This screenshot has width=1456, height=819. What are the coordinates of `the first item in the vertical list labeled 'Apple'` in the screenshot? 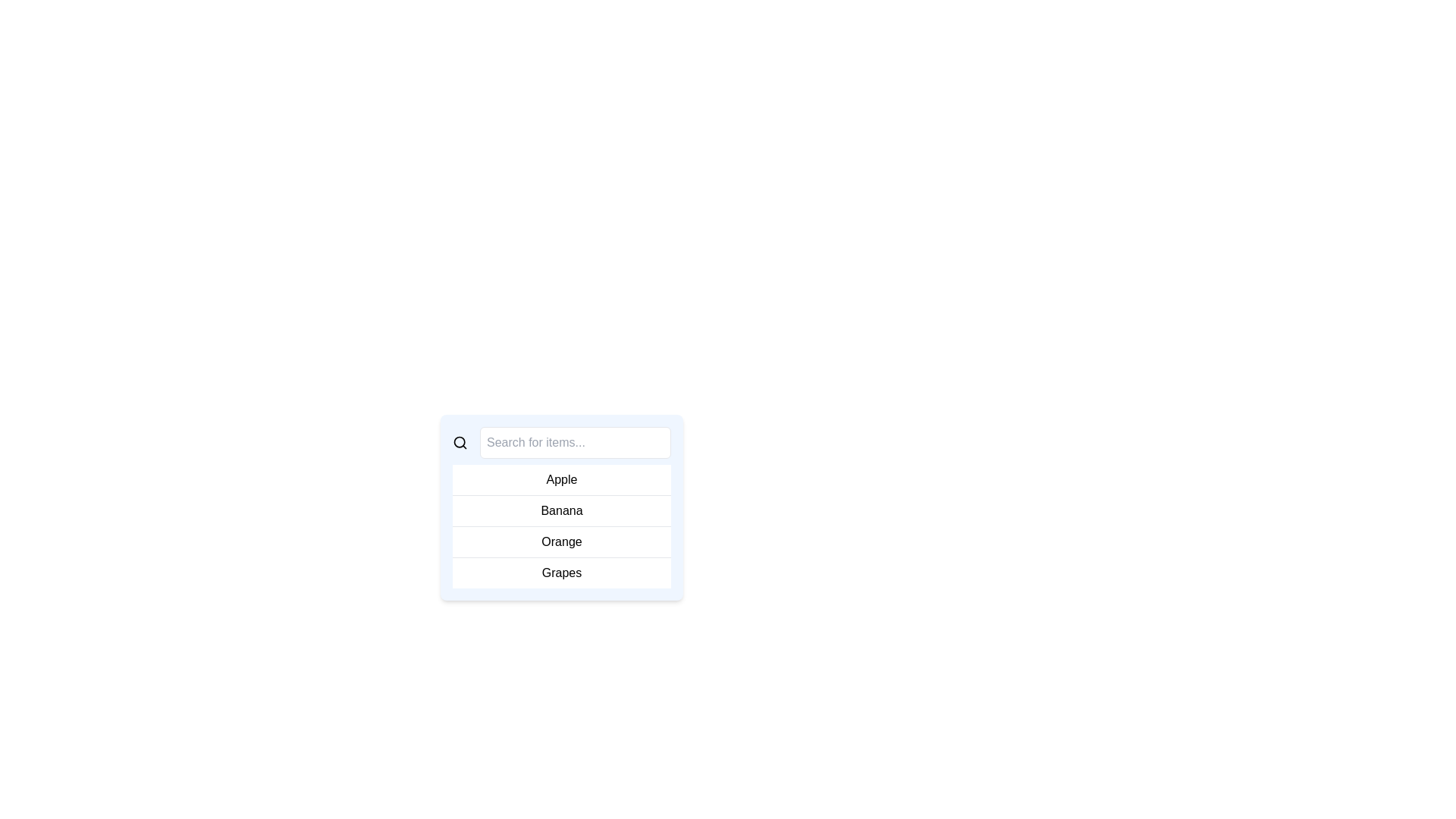 It's located at (560, 480).